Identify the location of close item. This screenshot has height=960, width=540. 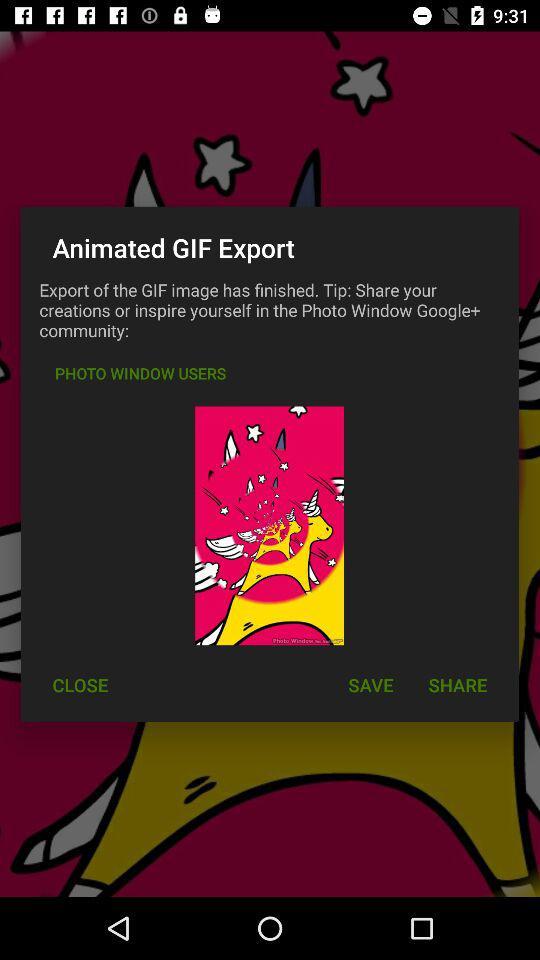
(79, 685).